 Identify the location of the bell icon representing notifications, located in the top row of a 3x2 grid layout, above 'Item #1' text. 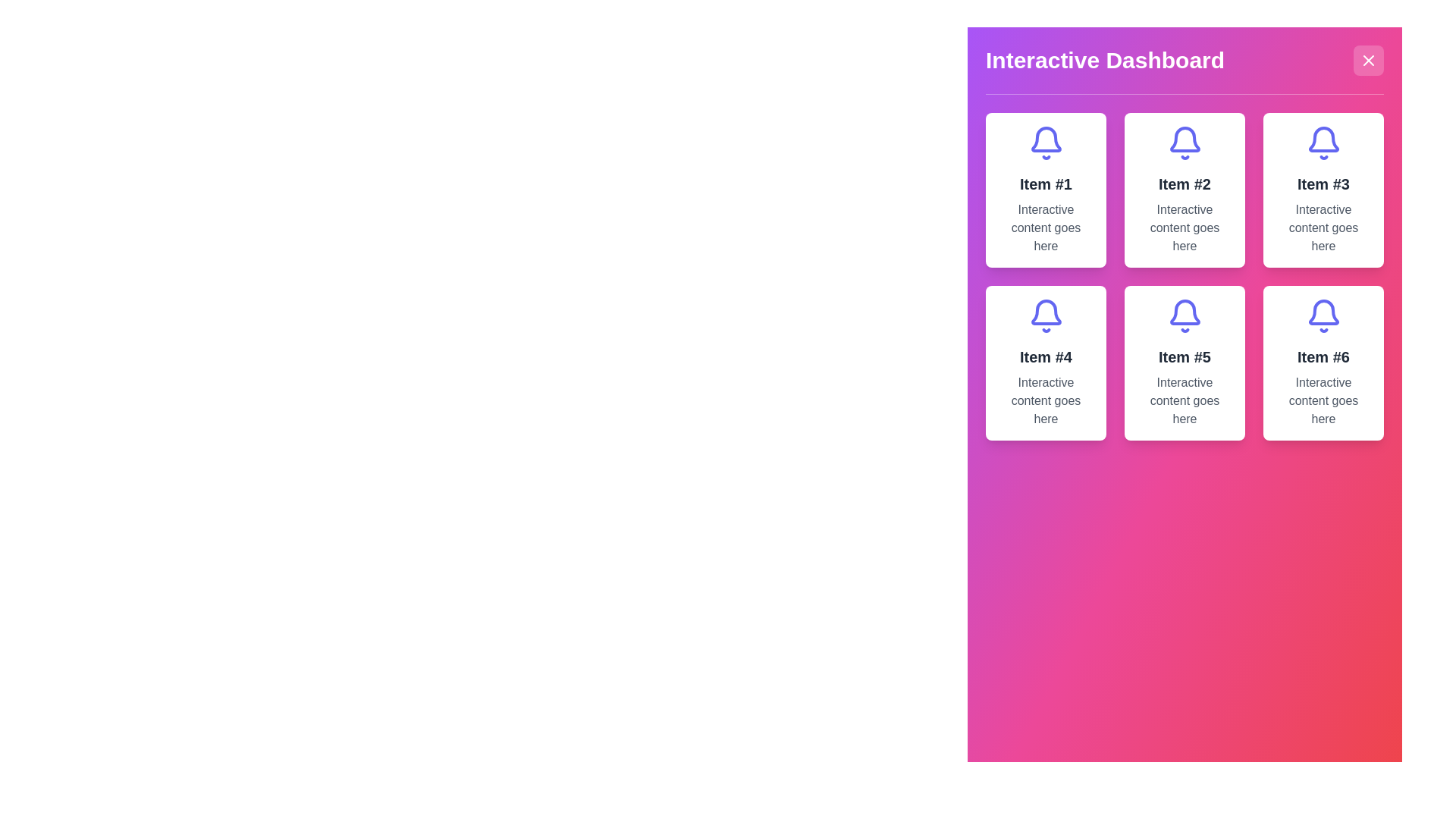
(1045, 143).